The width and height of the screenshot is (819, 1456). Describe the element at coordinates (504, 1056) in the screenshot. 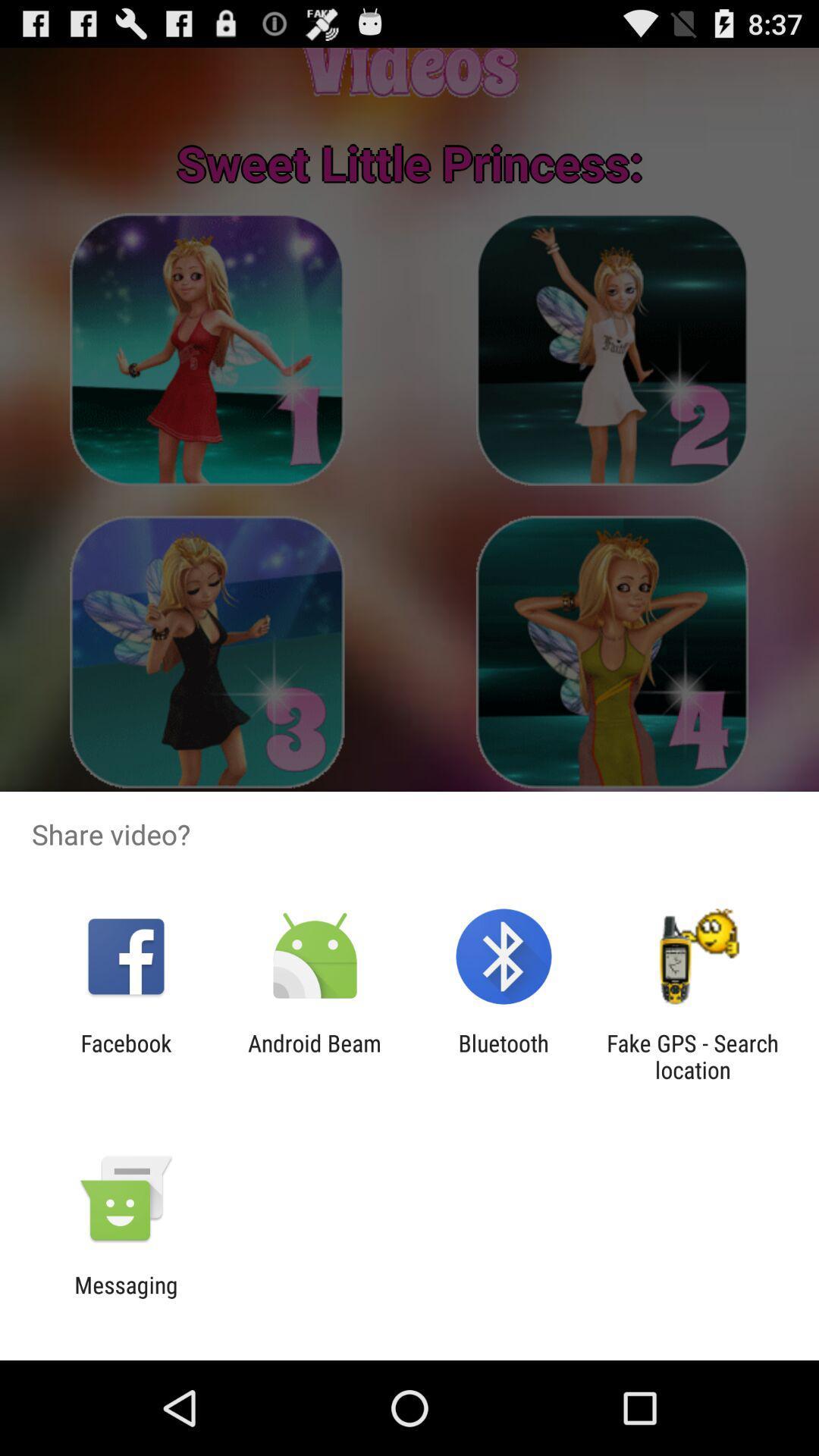

I see `app next to fake gps search` at that location.